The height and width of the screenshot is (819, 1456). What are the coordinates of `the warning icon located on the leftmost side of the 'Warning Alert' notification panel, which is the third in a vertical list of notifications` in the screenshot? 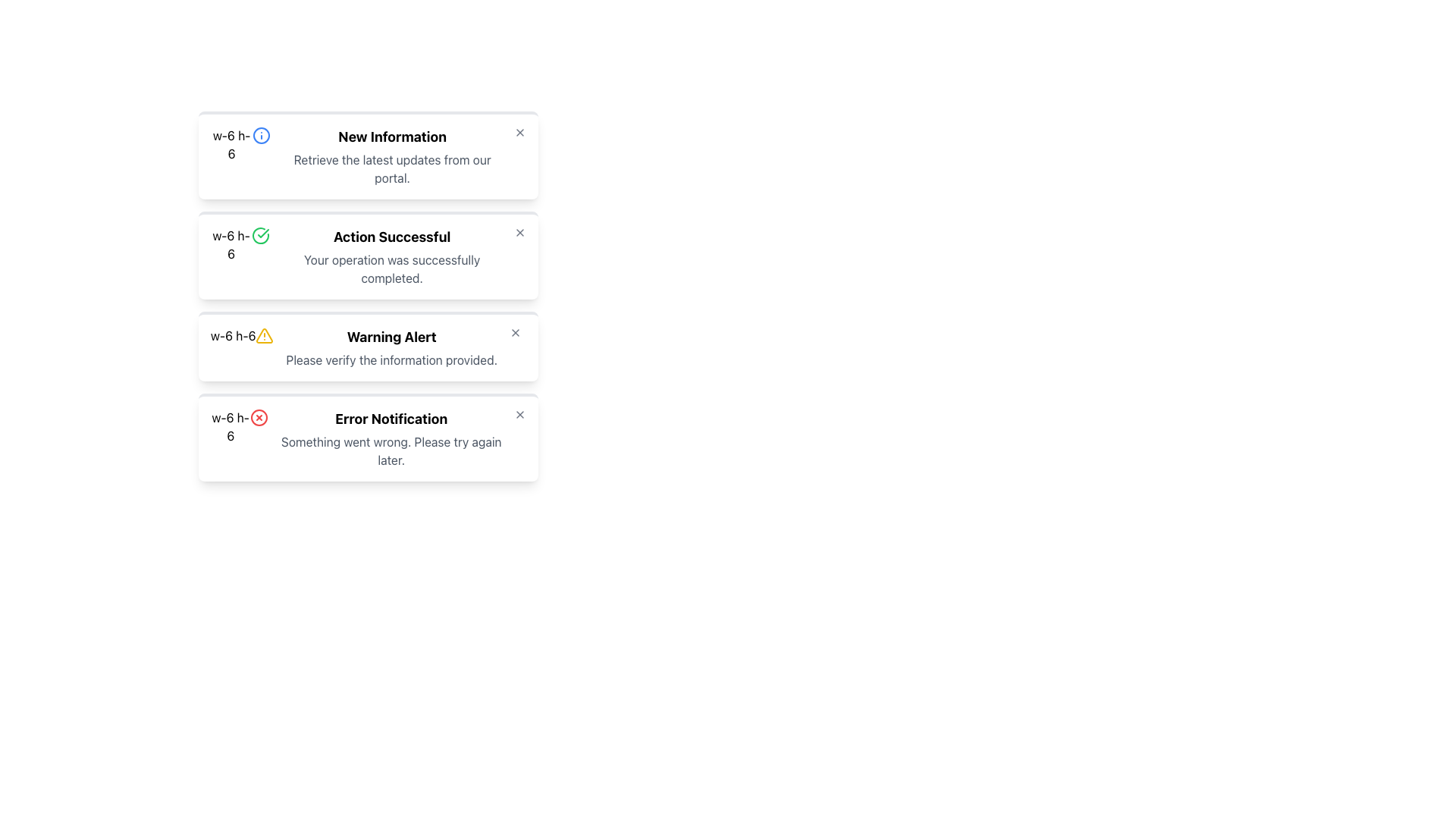 It's located at (265, 335).